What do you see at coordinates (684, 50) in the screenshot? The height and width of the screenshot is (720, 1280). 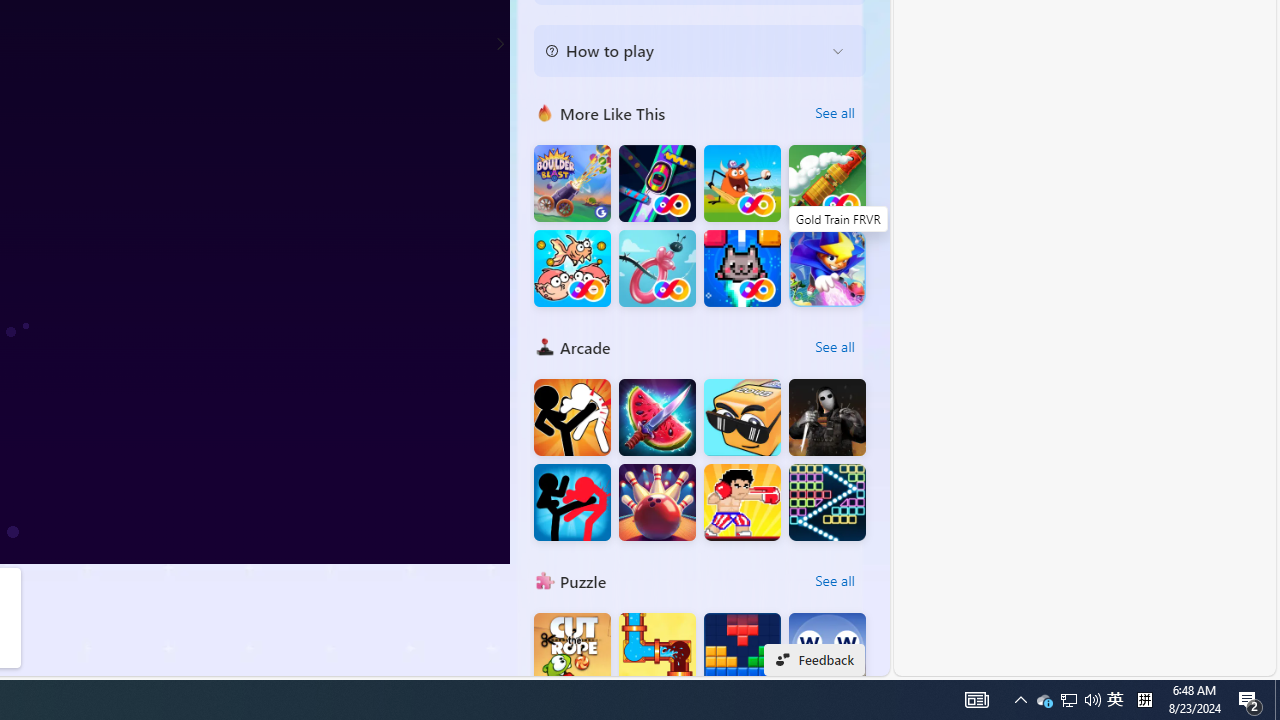 I see `'How to play'` at bounding box center [684, 50].